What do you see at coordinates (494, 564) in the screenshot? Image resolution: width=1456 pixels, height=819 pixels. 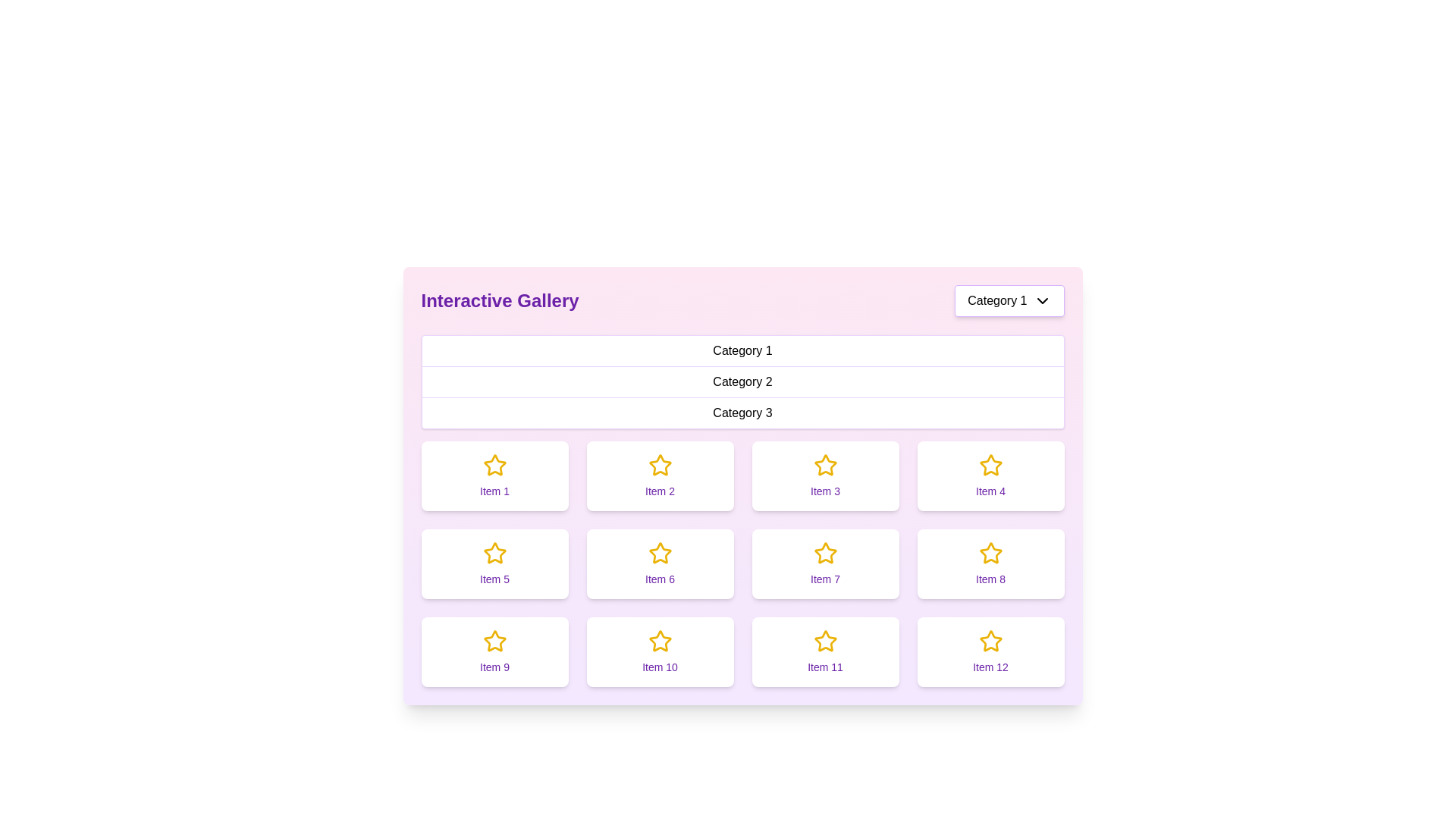 I see `the item card displaying 'Item 5' in the grid layout, which is located in the second row, first column` at bounding box center [494, 564].